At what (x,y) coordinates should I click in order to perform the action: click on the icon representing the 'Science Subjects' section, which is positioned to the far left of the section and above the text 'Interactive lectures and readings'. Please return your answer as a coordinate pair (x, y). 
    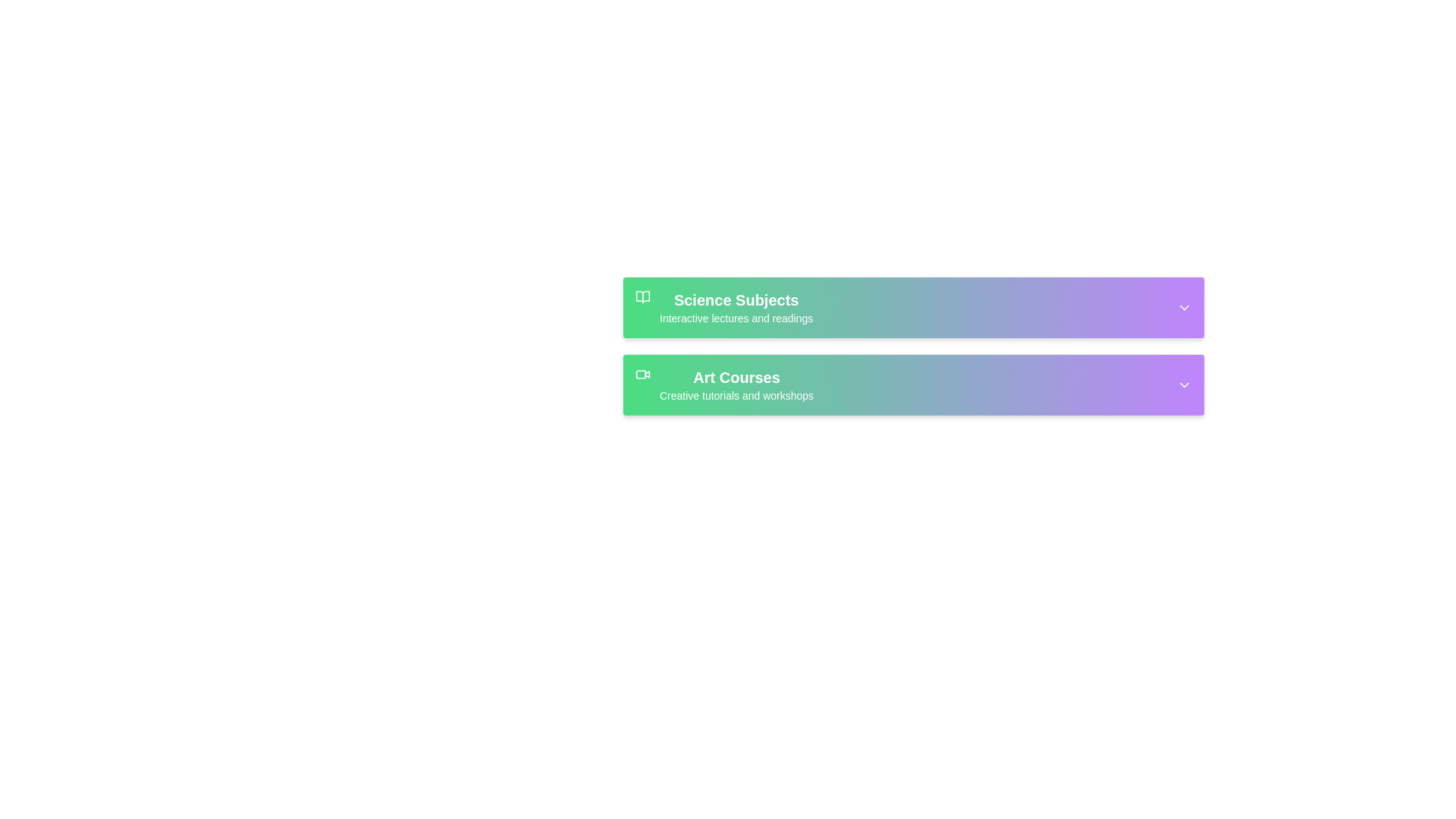
    Looking at the image, I should click on (643, 297).